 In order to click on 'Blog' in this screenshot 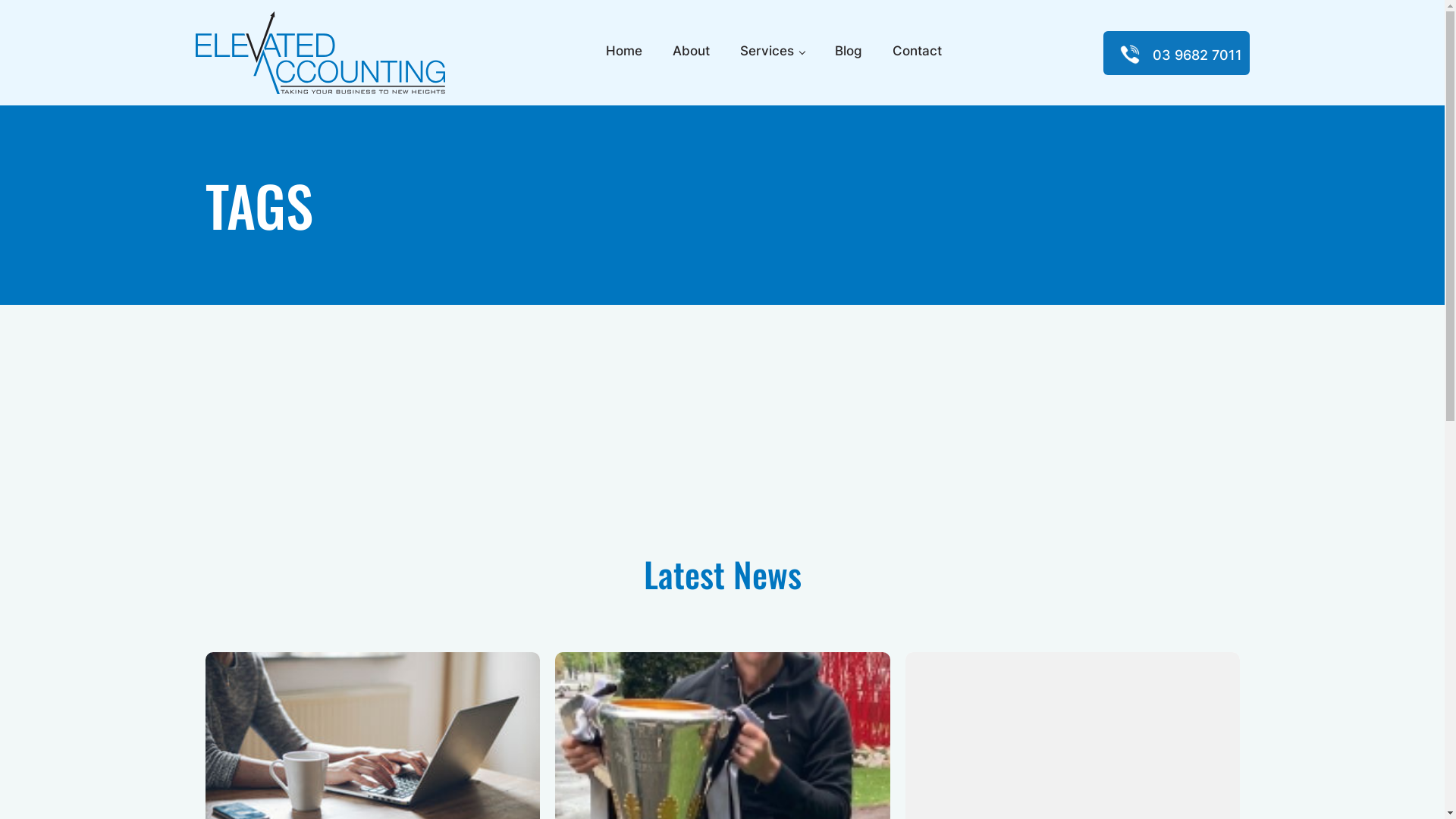, I will do `click(847, 52)`.